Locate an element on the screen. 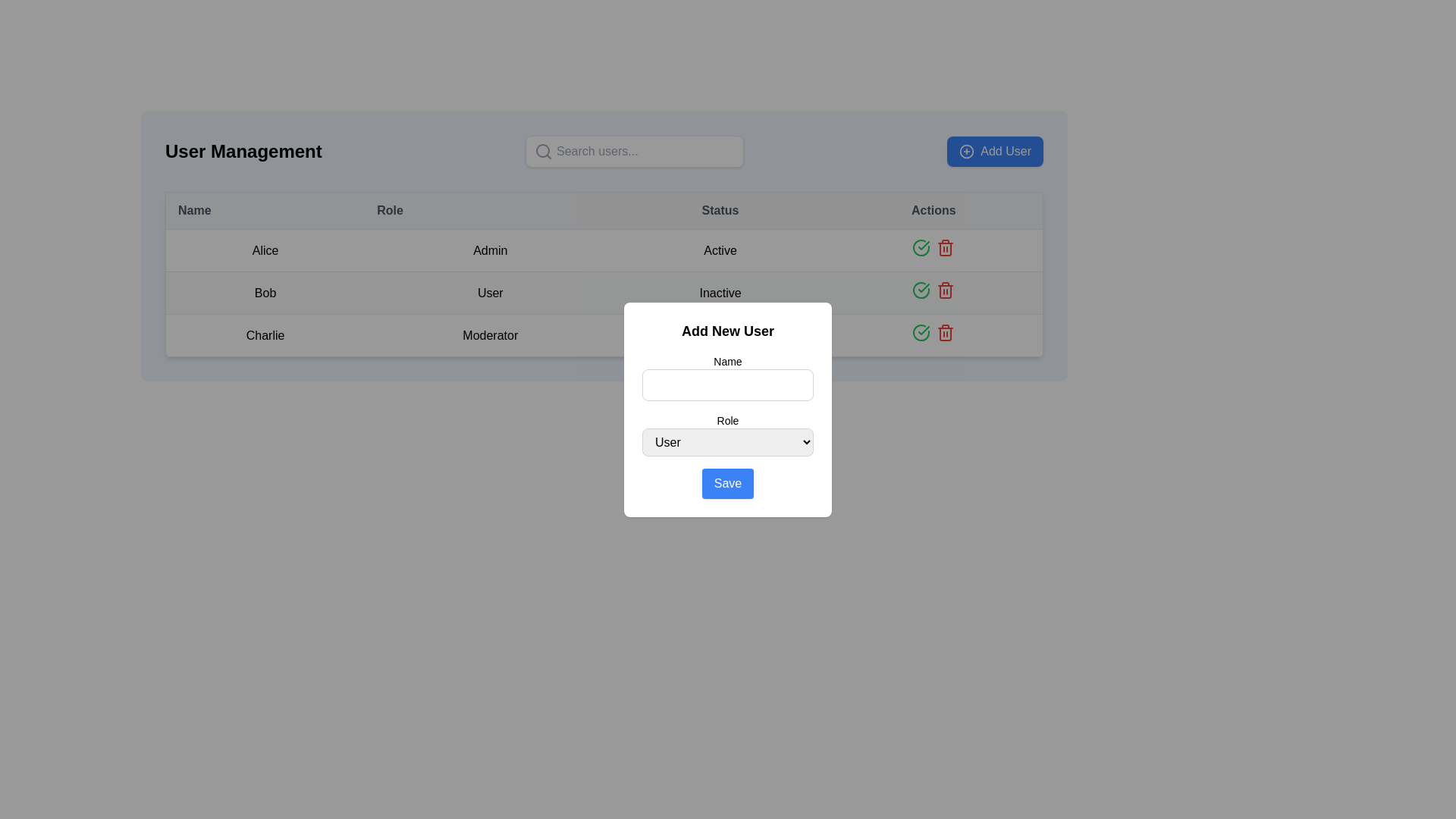  static text display showing the name 'Charlie', which is located in the third row of the 'Name' column of the user management table is located at coordinates (265, 334).